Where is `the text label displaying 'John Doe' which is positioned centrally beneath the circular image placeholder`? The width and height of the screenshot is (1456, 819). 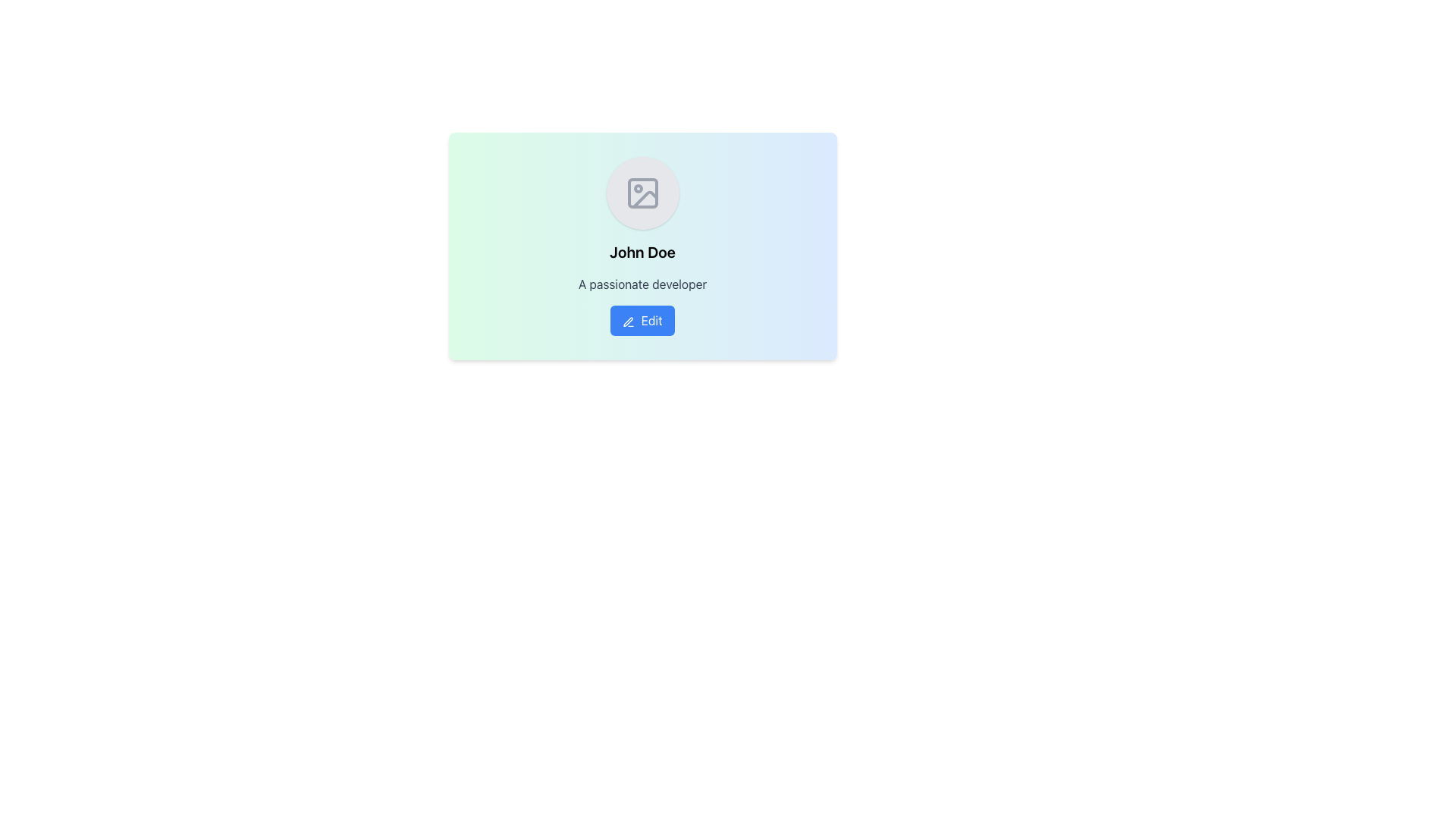
the text label displaying 'John Doe' which is positioned centrally beneath the circular image placeholder is located at coordinates (642, 251).